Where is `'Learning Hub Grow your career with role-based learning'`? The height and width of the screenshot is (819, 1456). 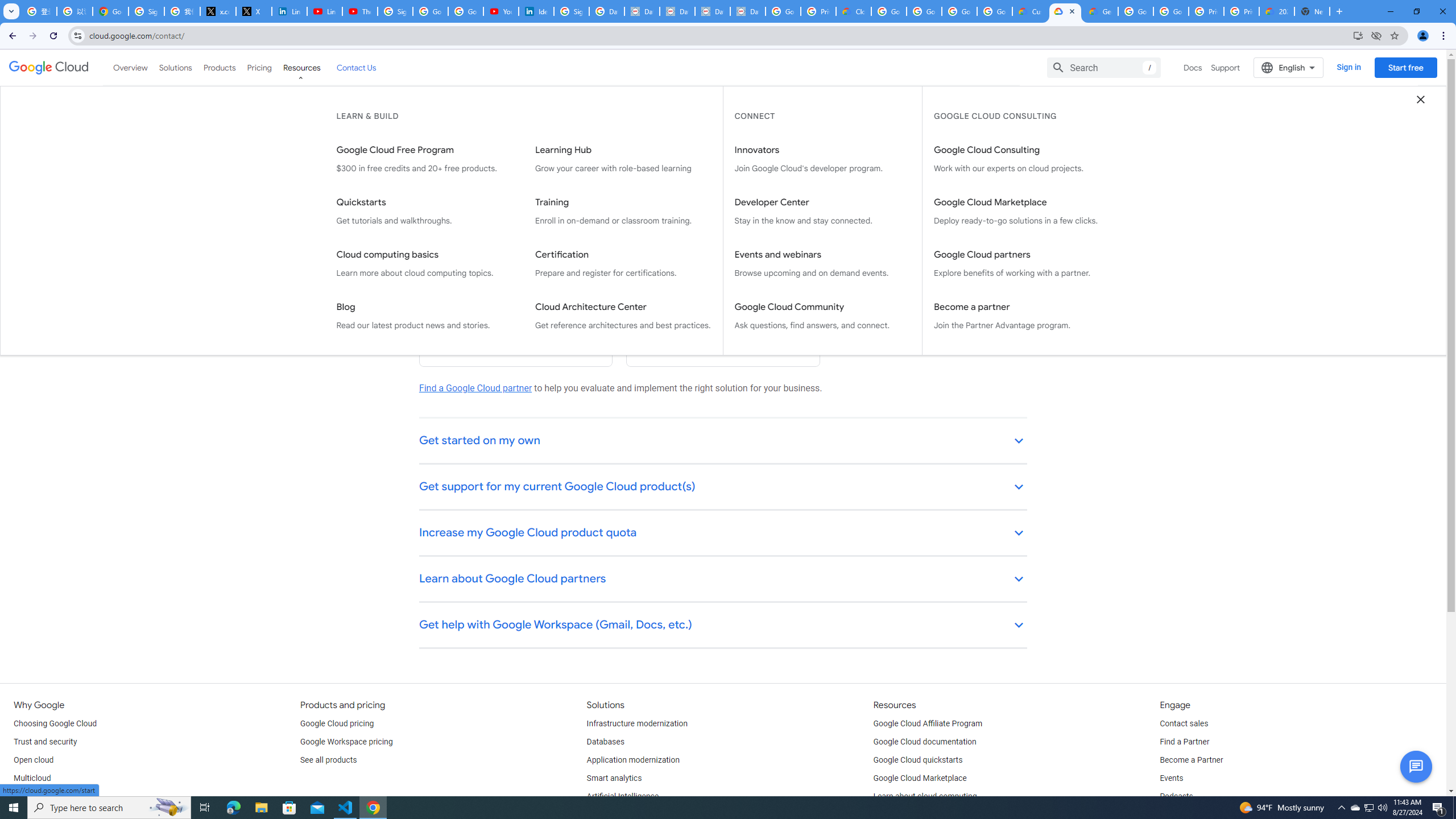
'Learning Hub Grow your career with role-based learning' is located at coordinates (623, 159).